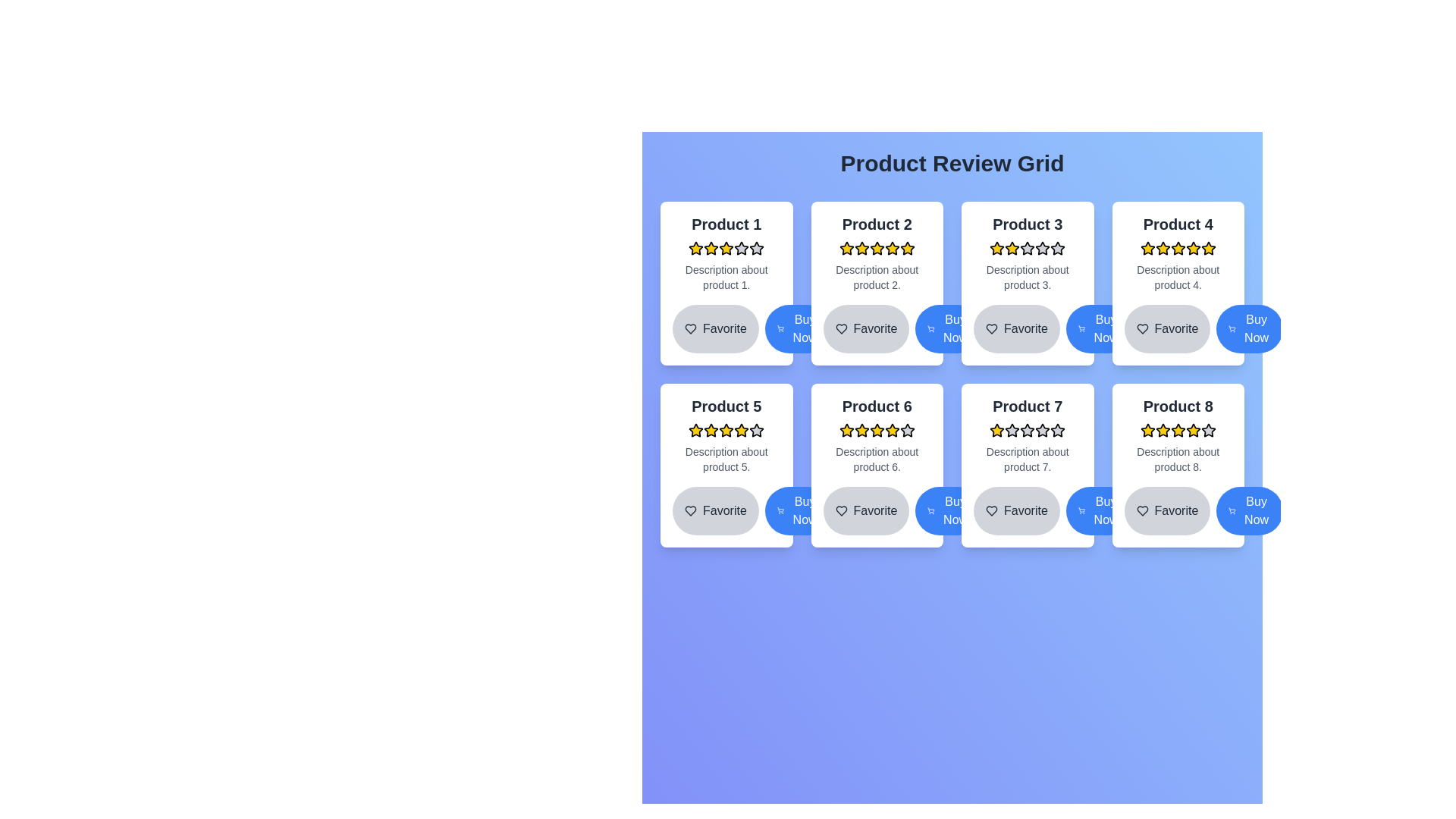 This screenshot has height=819, width=1456. Describe the element at coordinates (1028, 247) in the screenshot. I see `the fourth star-shaped icon with a hollow center and gray outline in the user rating system for 'Product 3'` at that location.